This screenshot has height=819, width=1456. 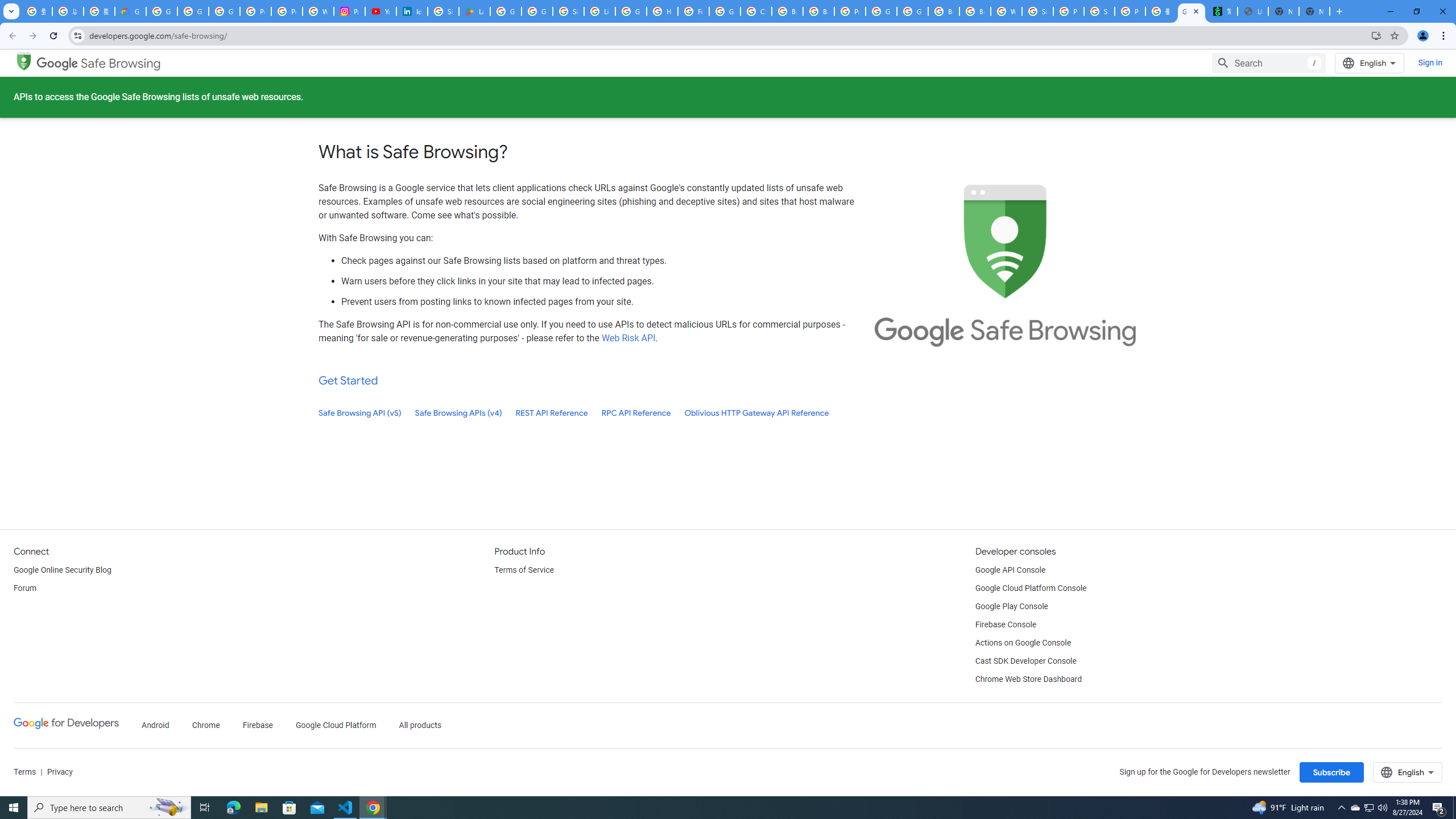 What do you see at coordinates (1025, 661) in the screenshot?
I see `'Cast SDK Developer Console'` at bounding box center [1025, 661].